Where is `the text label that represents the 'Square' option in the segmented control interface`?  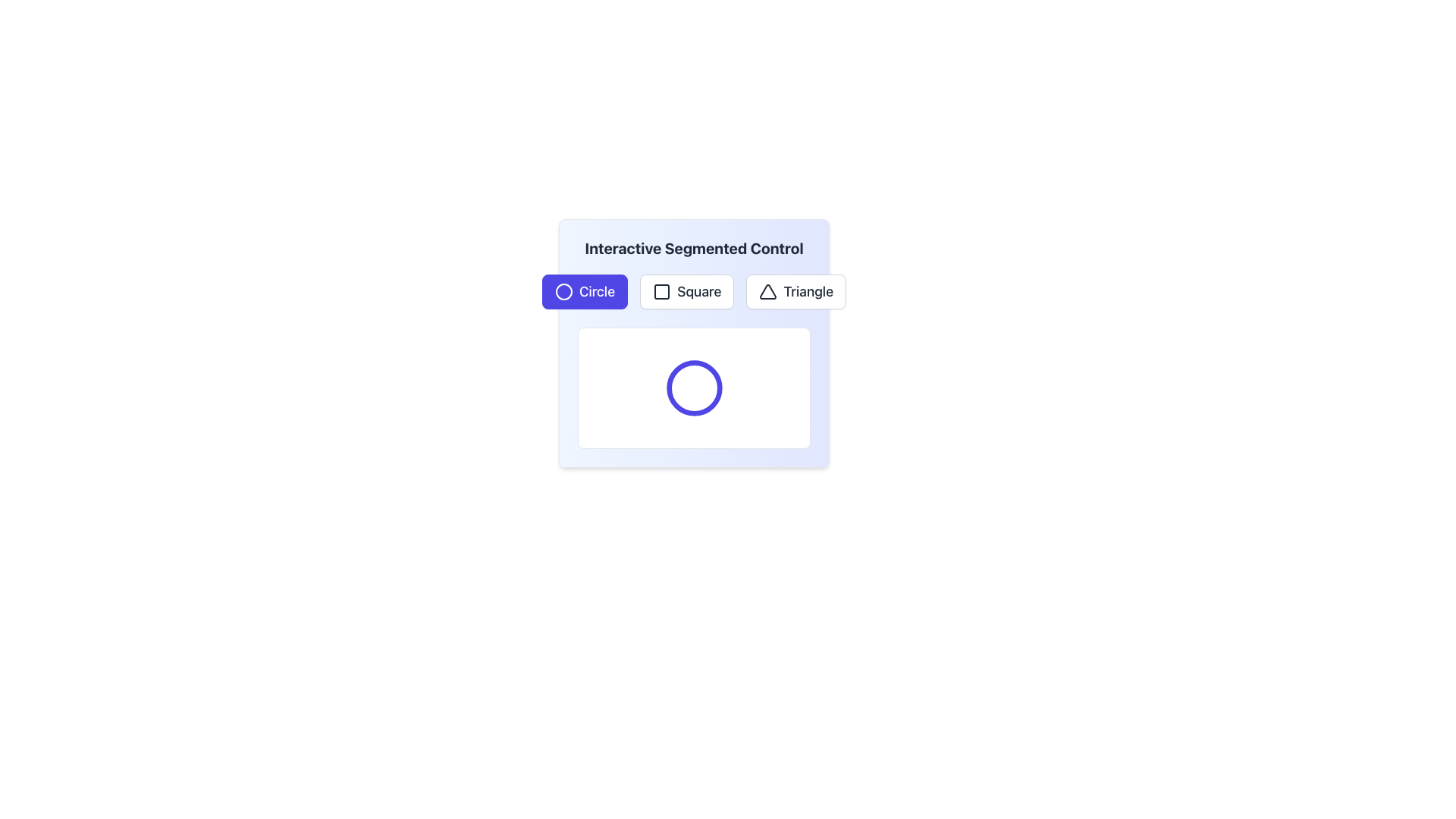
the text label that represents the 'Square' option in the segmented control interface is located at coordinates (698, 292).